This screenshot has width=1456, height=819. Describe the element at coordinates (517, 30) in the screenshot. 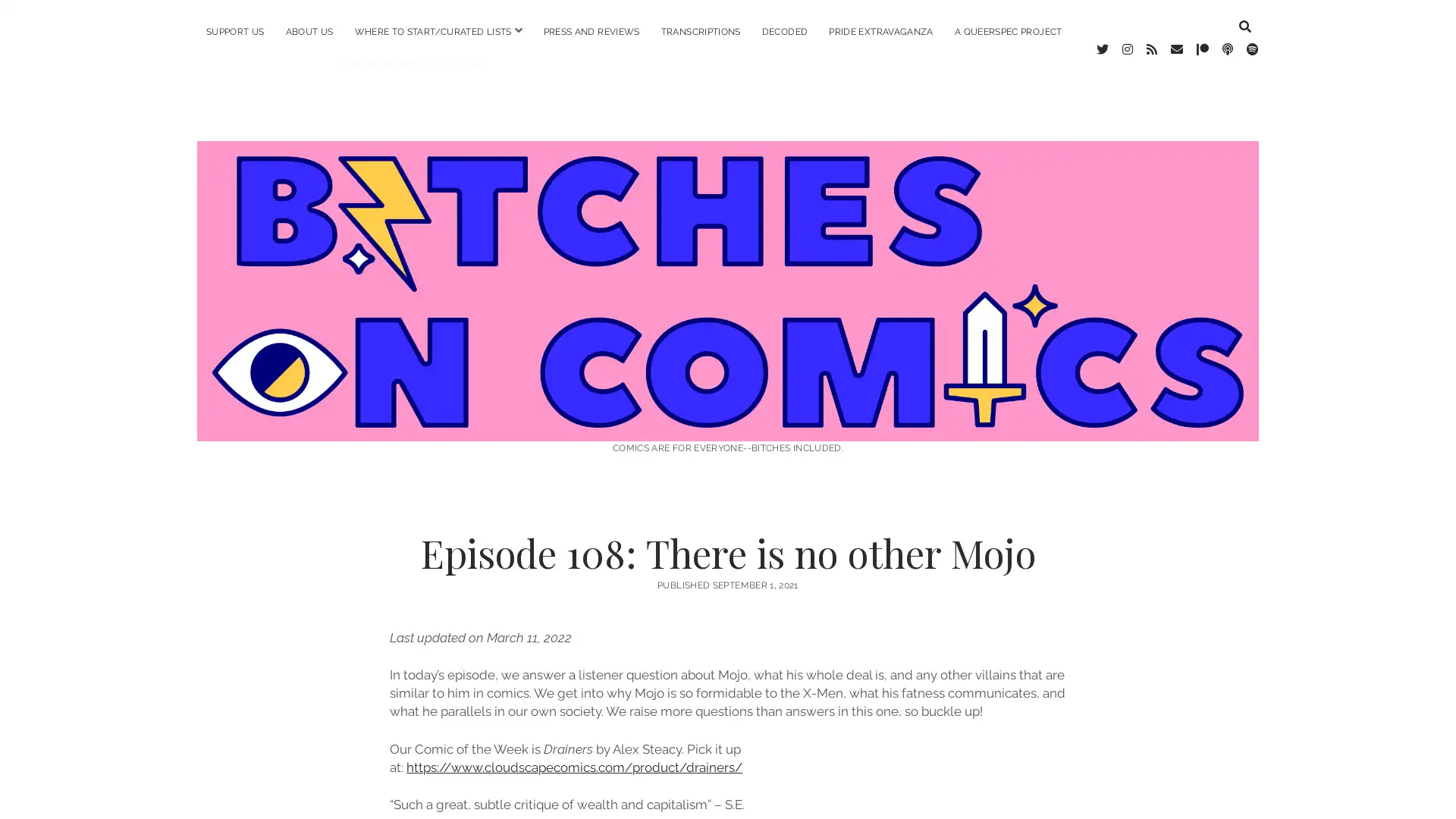

I see `open menu` at that location.